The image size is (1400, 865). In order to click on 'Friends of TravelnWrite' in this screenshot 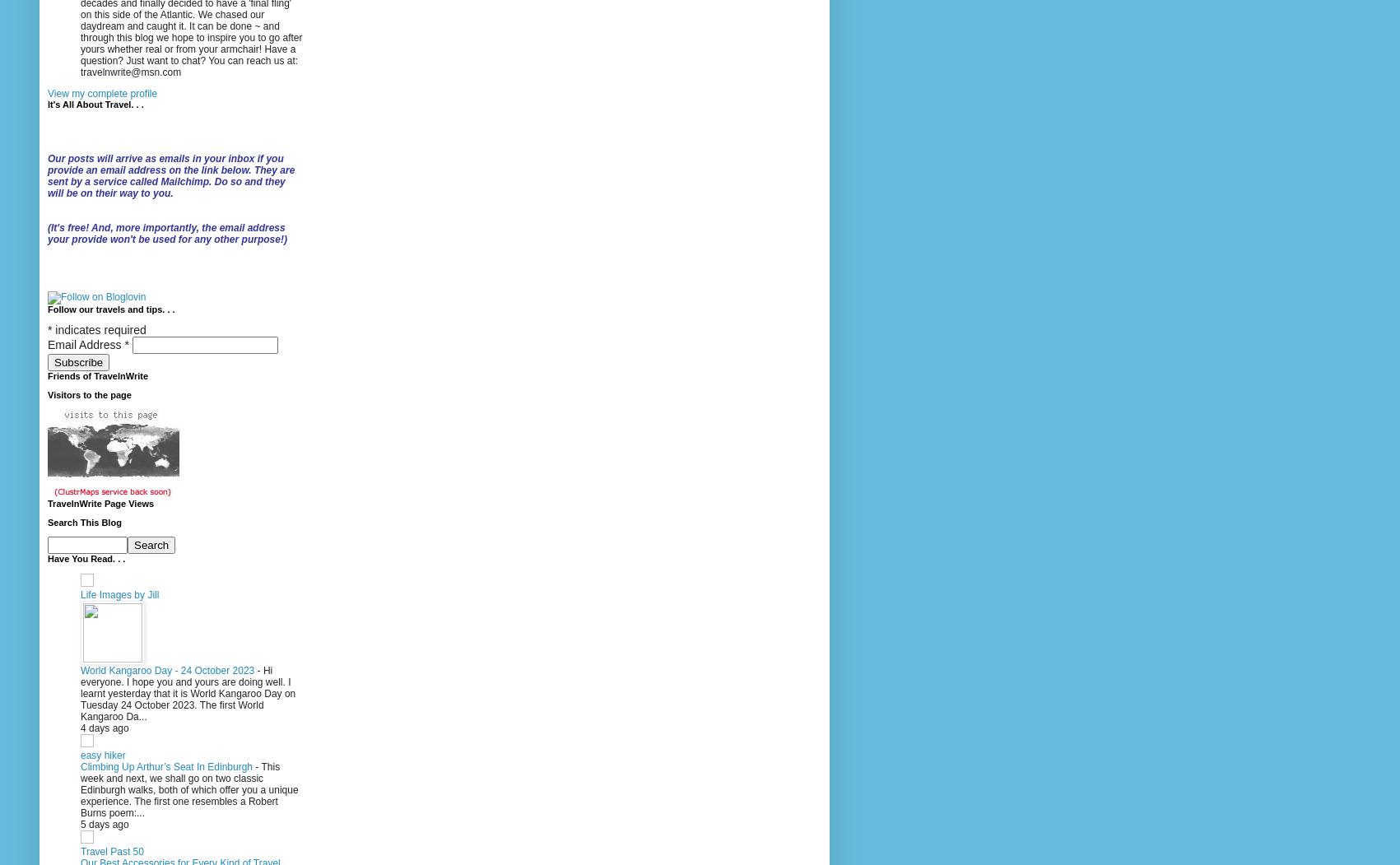, I will do `click(98, 374)`.